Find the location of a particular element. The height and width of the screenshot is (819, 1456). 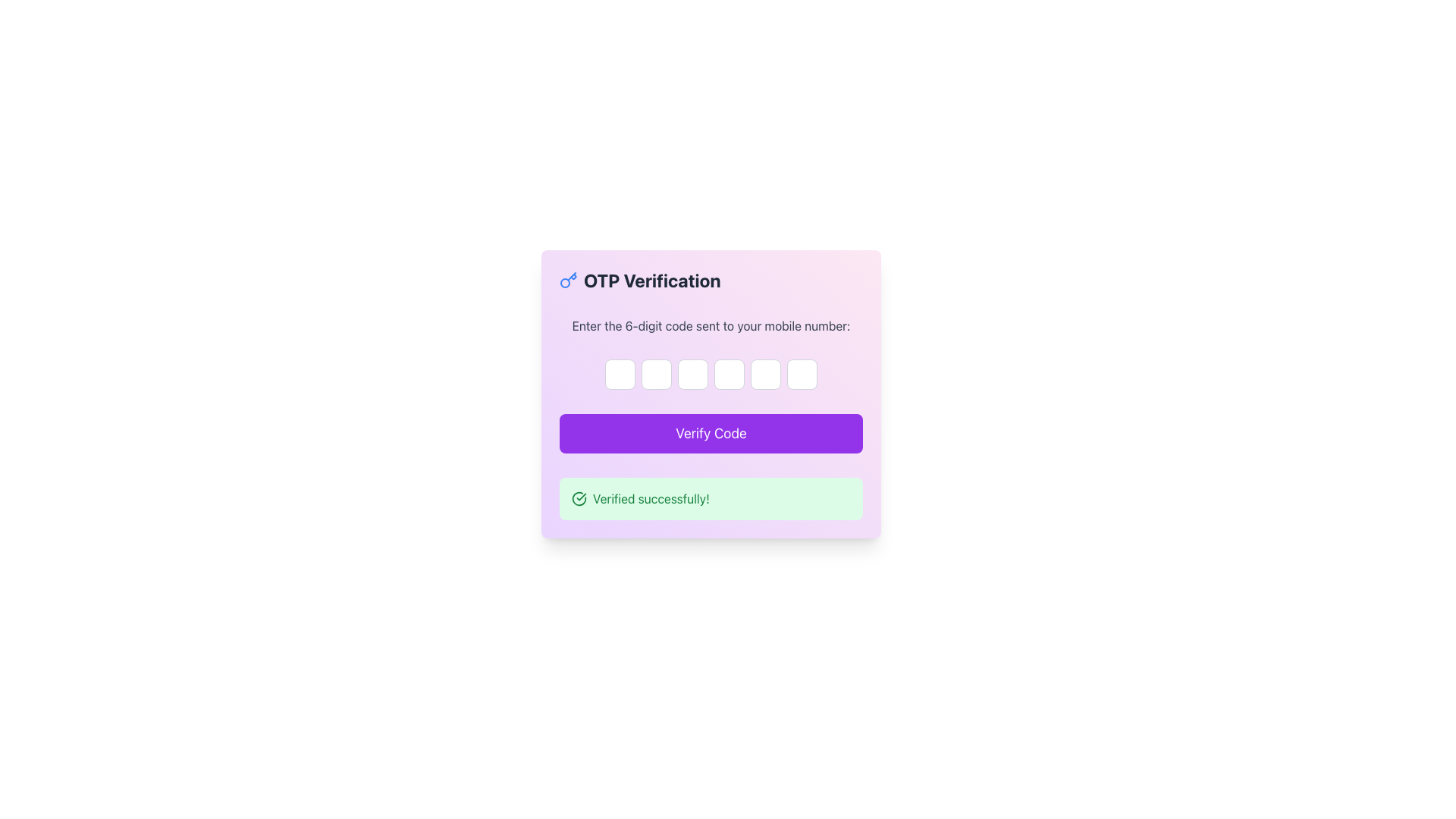

the blue key icon with a circular handle located to the left of the 'OTP Verification' text at the top of the interface is located at coordinates (567, 281).